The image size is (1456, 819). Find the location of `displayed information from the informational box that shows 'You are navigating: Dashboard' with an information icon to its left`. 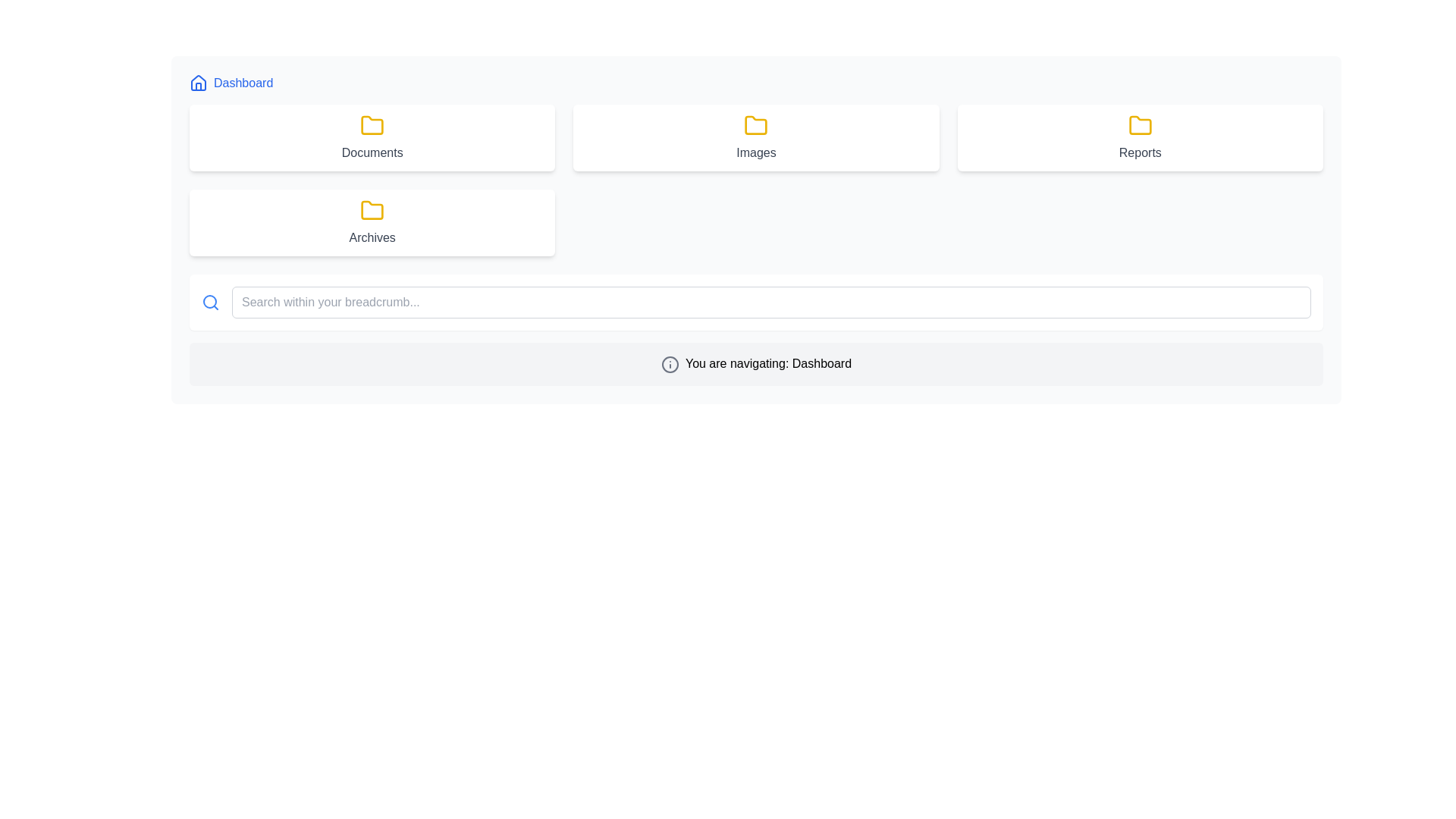

displayed information from the informational box that shows 'You are navigating: Dashboard' with an information icon to its left is located at coordinates (756, 364).